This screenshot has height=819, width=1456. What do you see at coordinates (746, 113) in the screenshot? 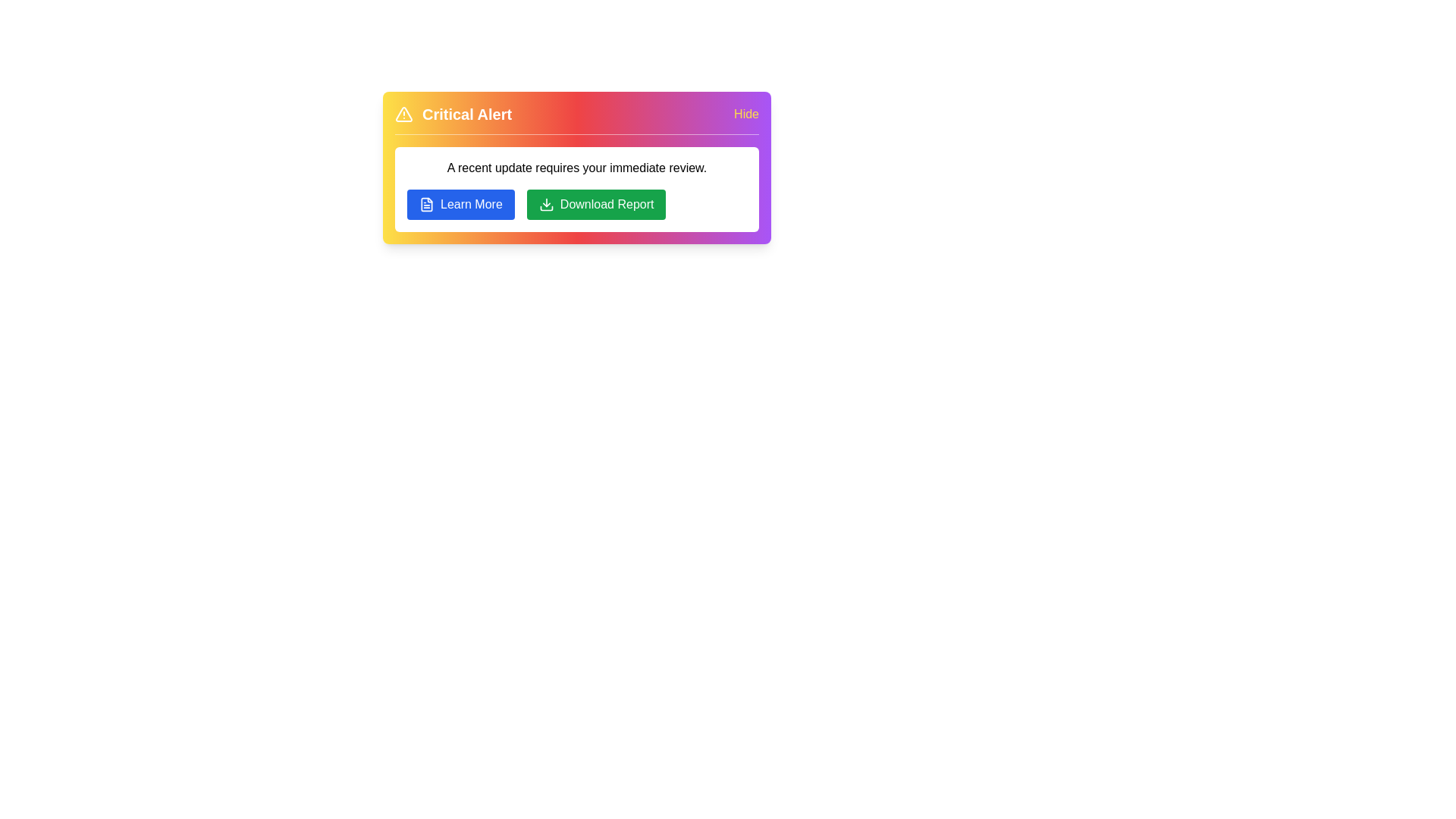
I see `the 'Hide' button to toggle the visibility of the details panel` at bounding box center [746, 113].